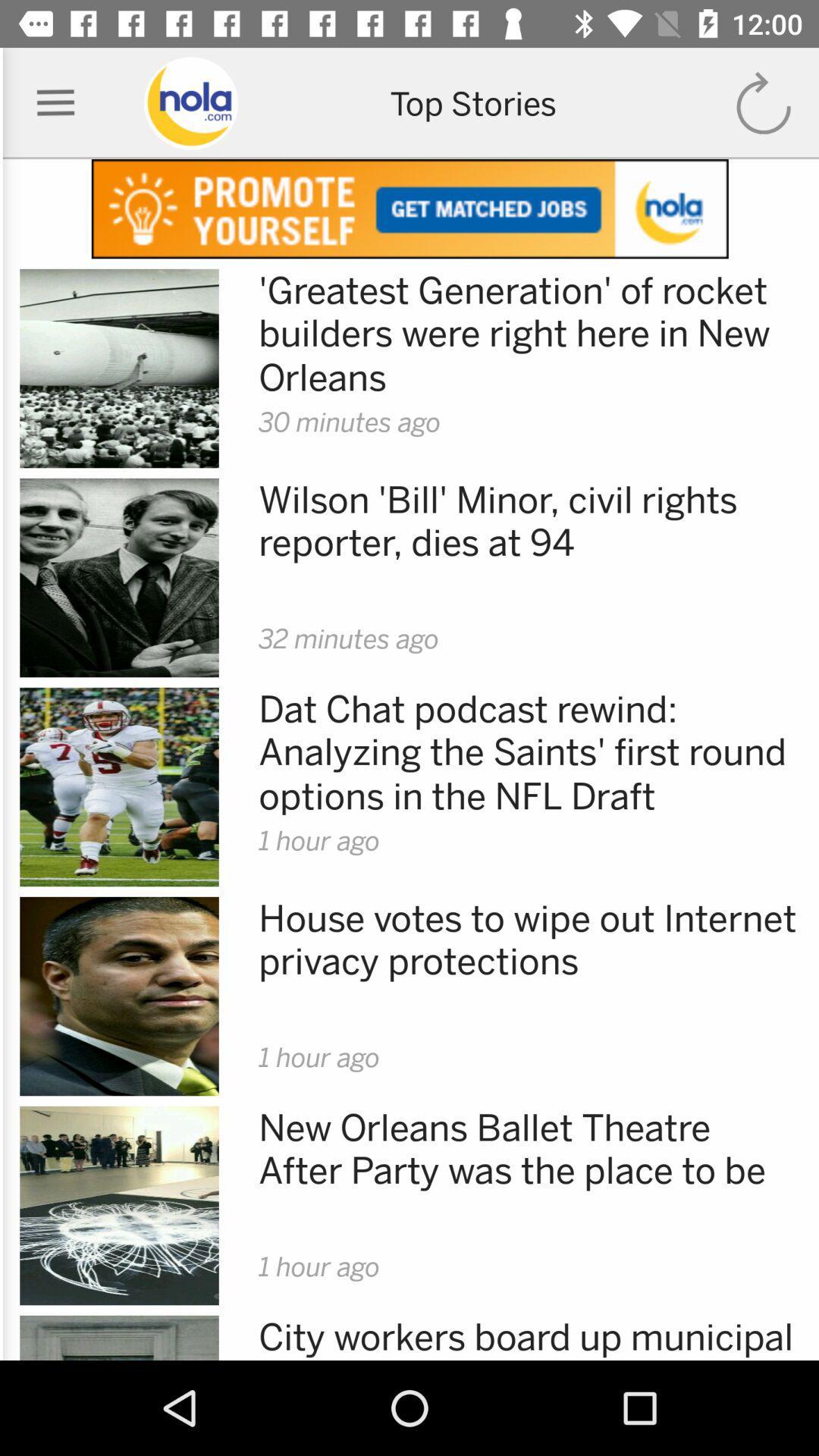  Describe the element at coordinates (409, 208) in the screenshot. I see `advertisement` at that location.